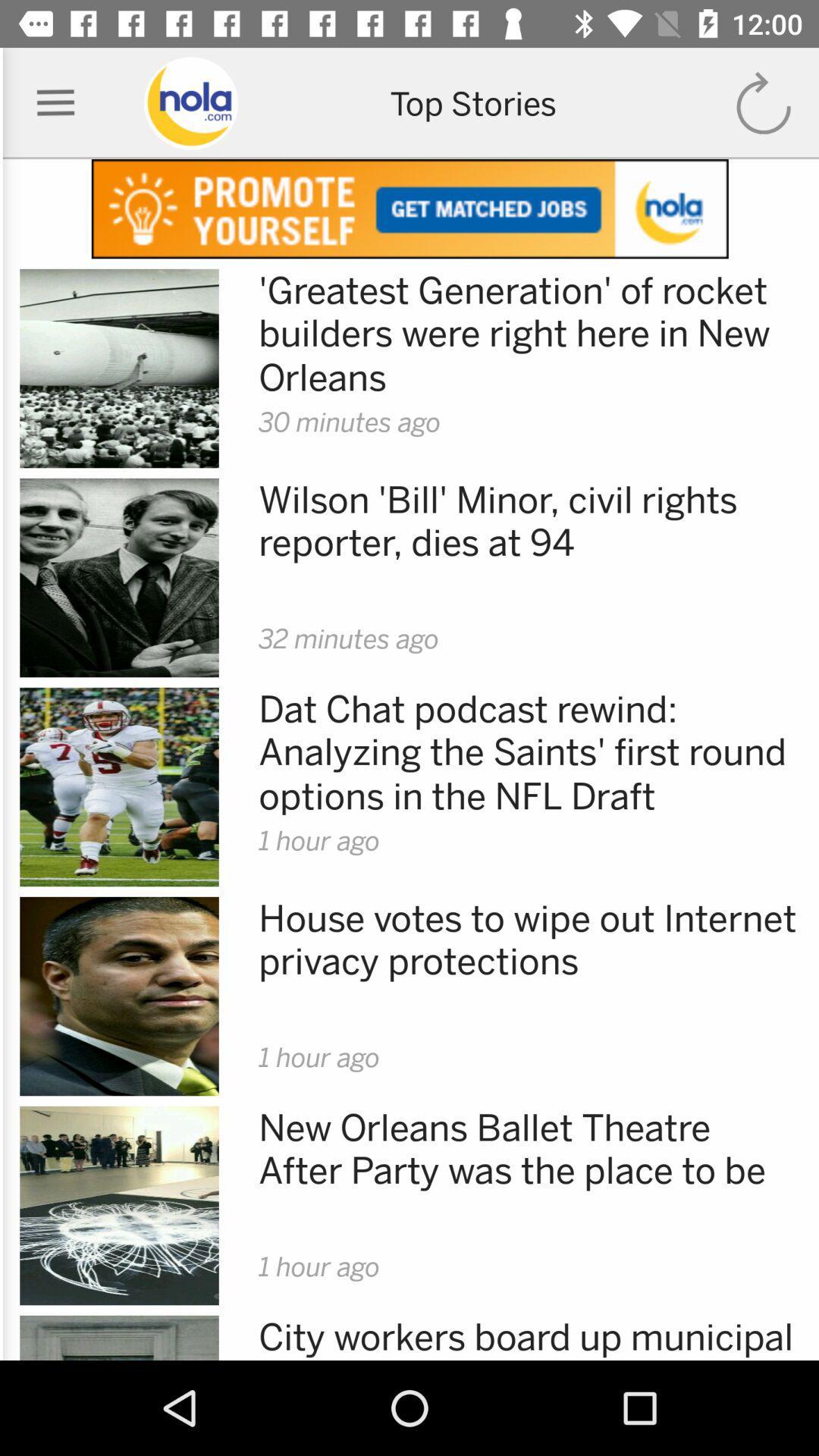  Describe the element at coordinates (409, 208) in the screenshot. I see `advertisement` at that location.